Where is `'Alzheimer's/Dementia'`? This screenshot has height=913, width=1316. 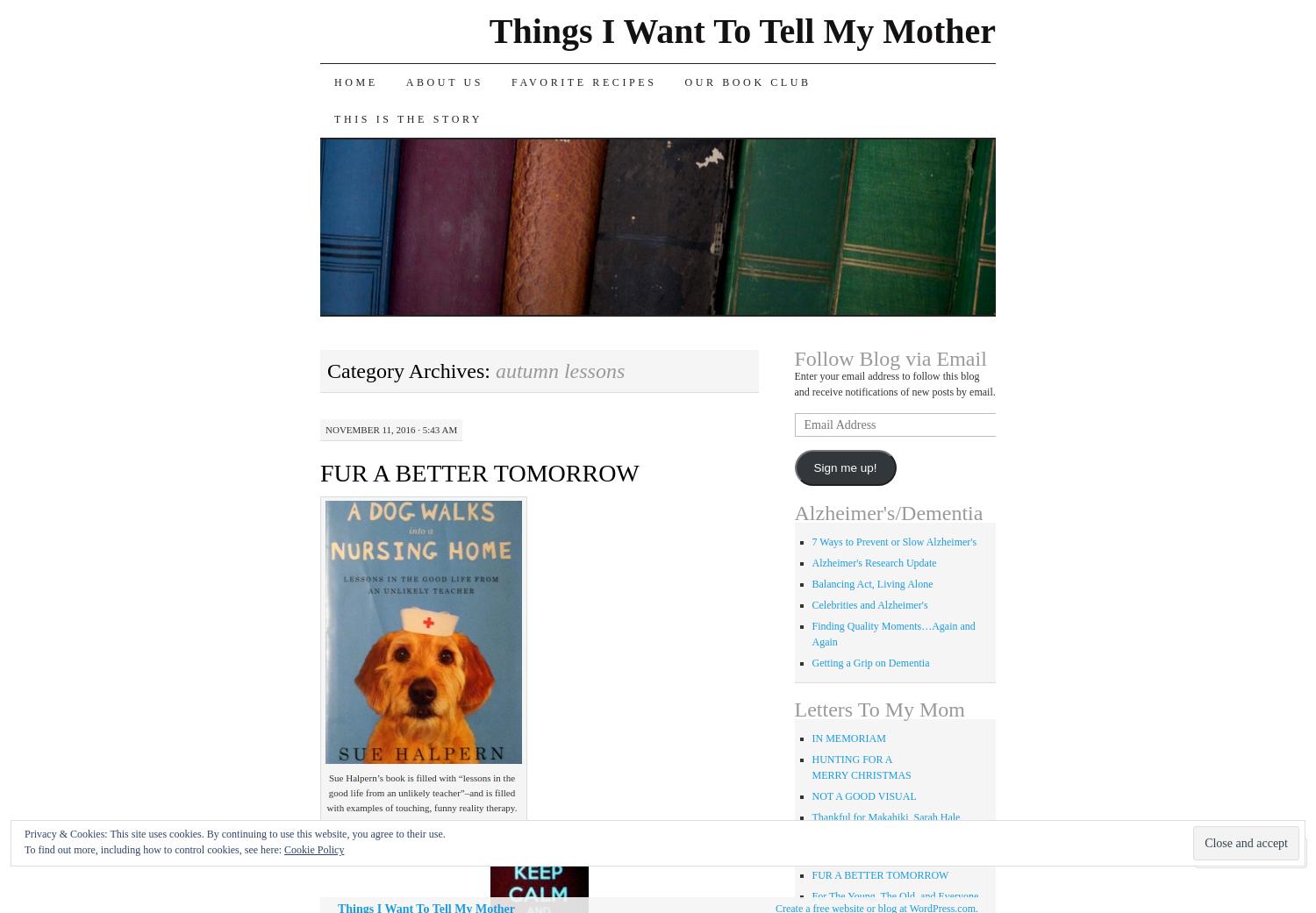 'Alzheimer's/Dementia' is located at coordinates (888, 512).